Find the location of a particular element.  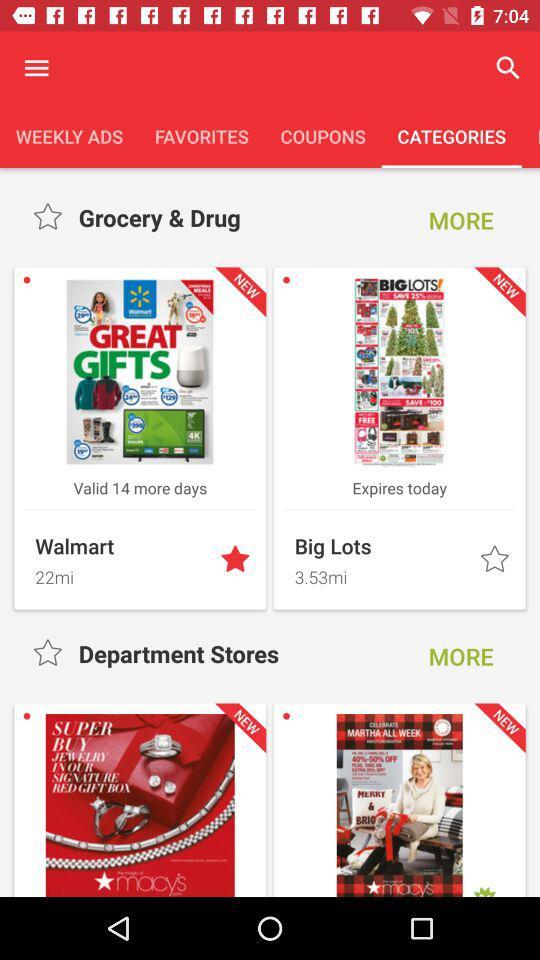

to favorites is located at coordinates (495, 560).